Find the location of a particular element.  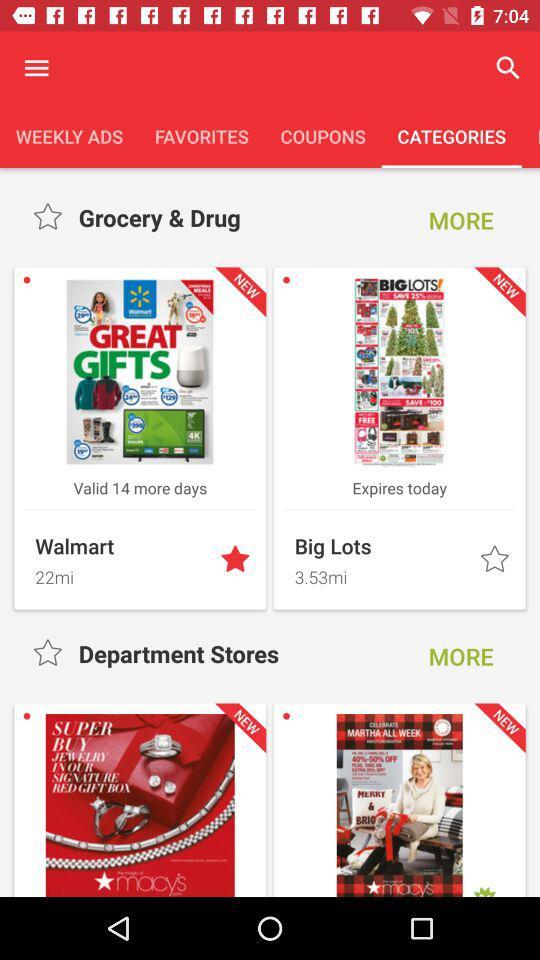

to favorites is located at coordinates (495, 560).